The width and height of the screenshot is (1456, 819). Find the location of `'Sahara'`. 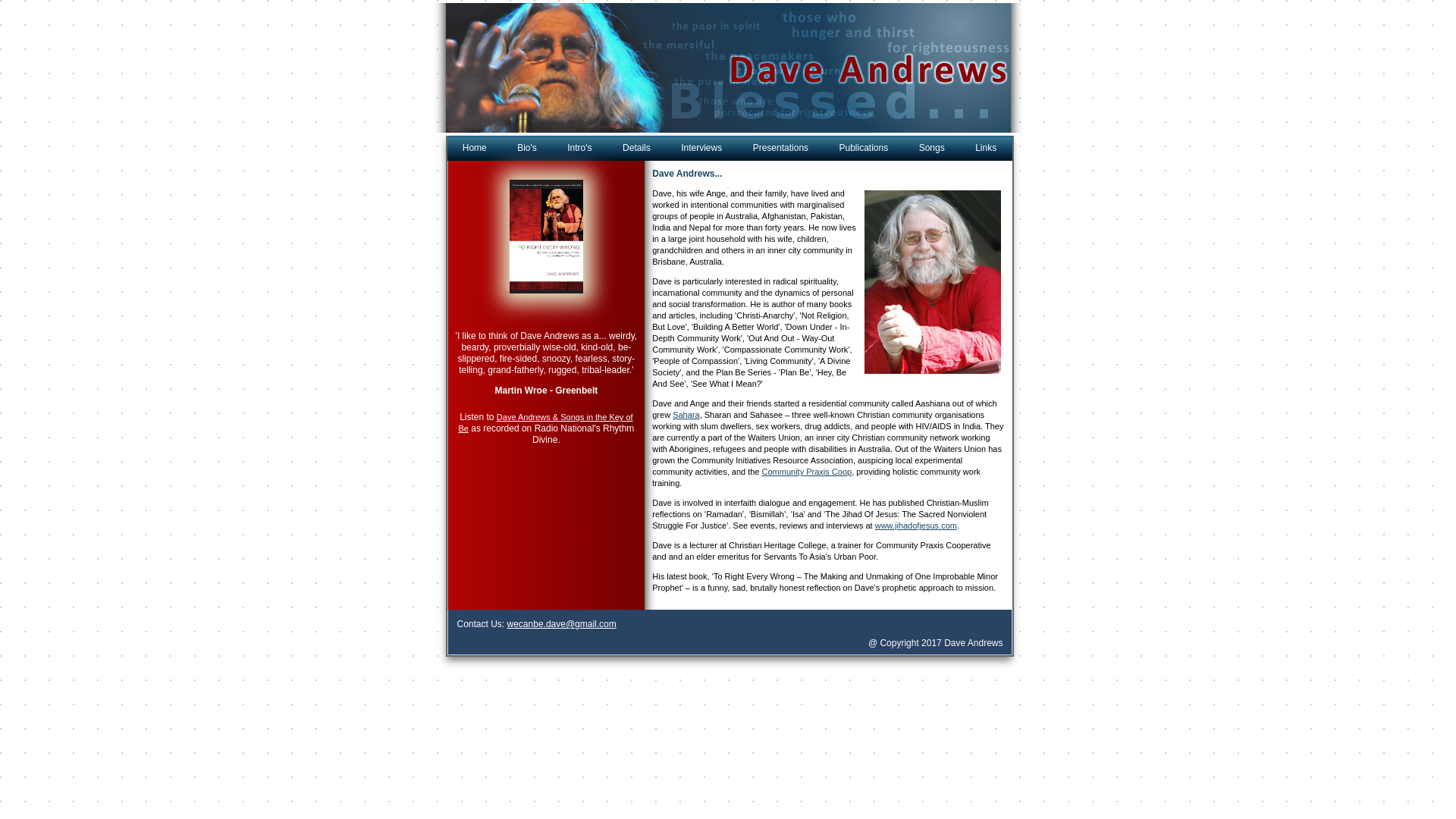

'Sahara' is located at coordinates (672, 415).